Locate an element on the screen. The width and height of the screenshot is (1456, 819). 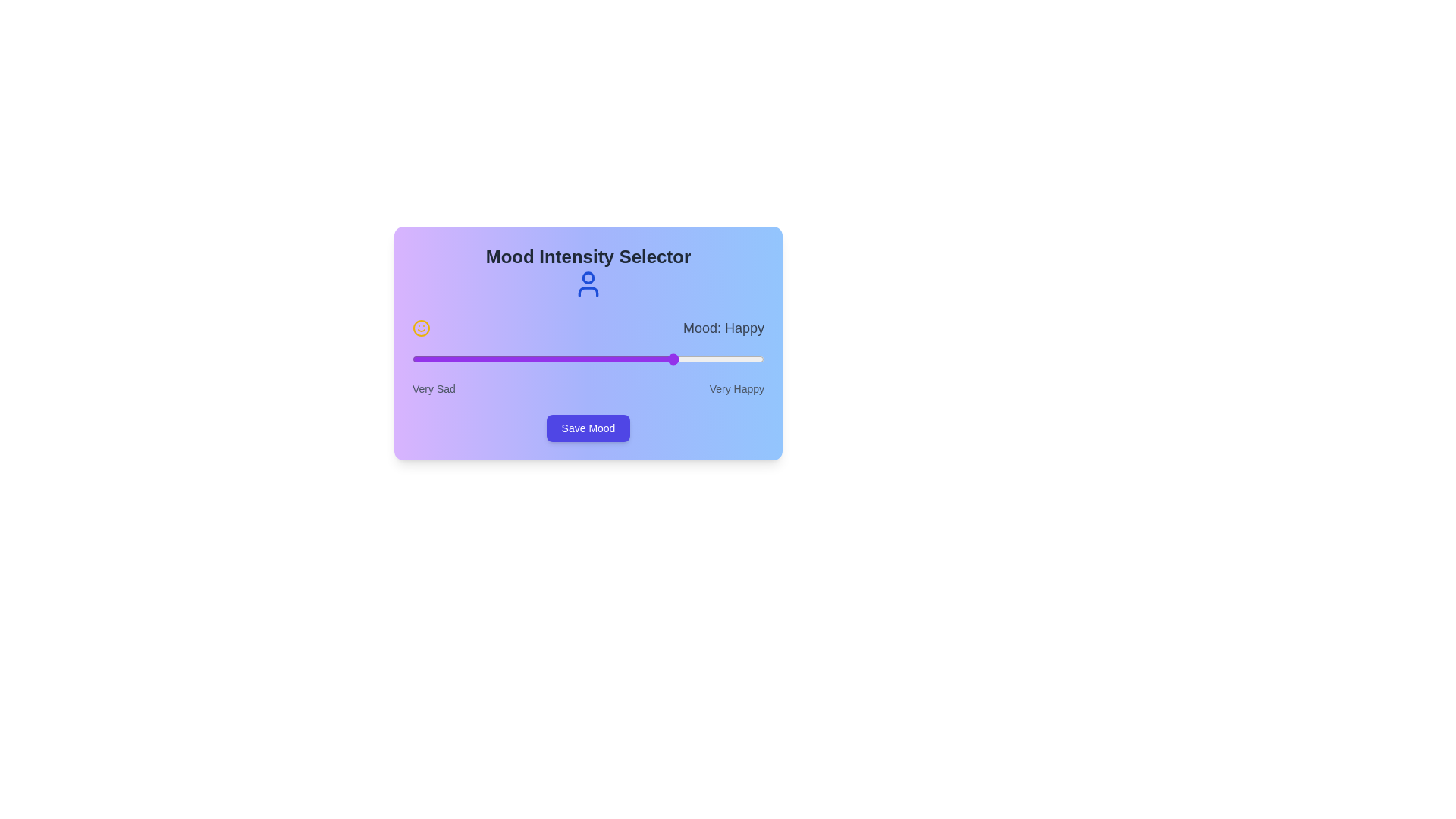
the mood level slider to 3 is located at coordinates (676, 359).